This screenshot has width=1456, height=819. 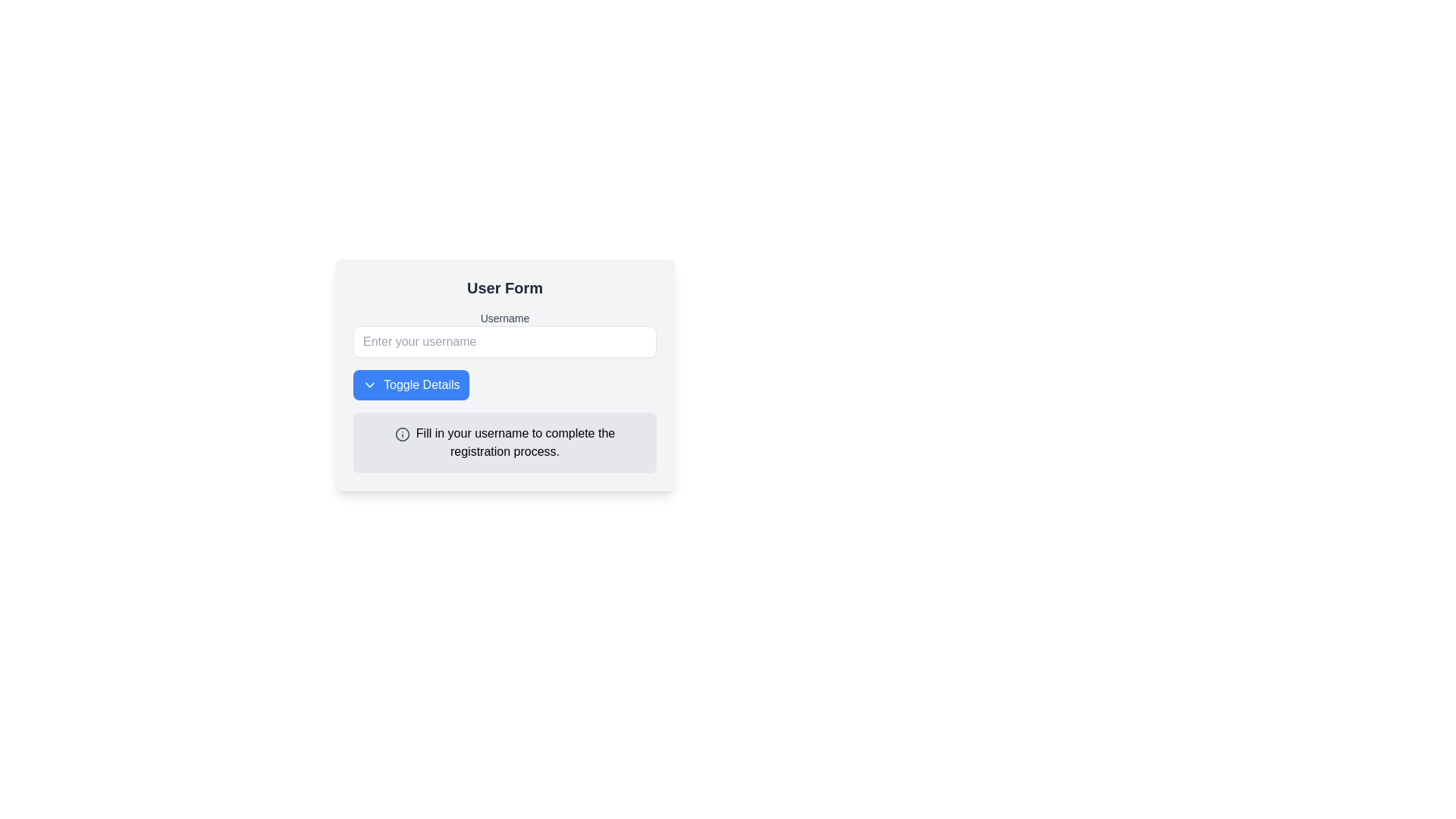 What do you see at coordinates (505, 442) in the screenshot?
I see `the informational text block with an icon that guides the user to complete the registration process, located below the 'Toggle Details' button` at bounding box center [505, 442].